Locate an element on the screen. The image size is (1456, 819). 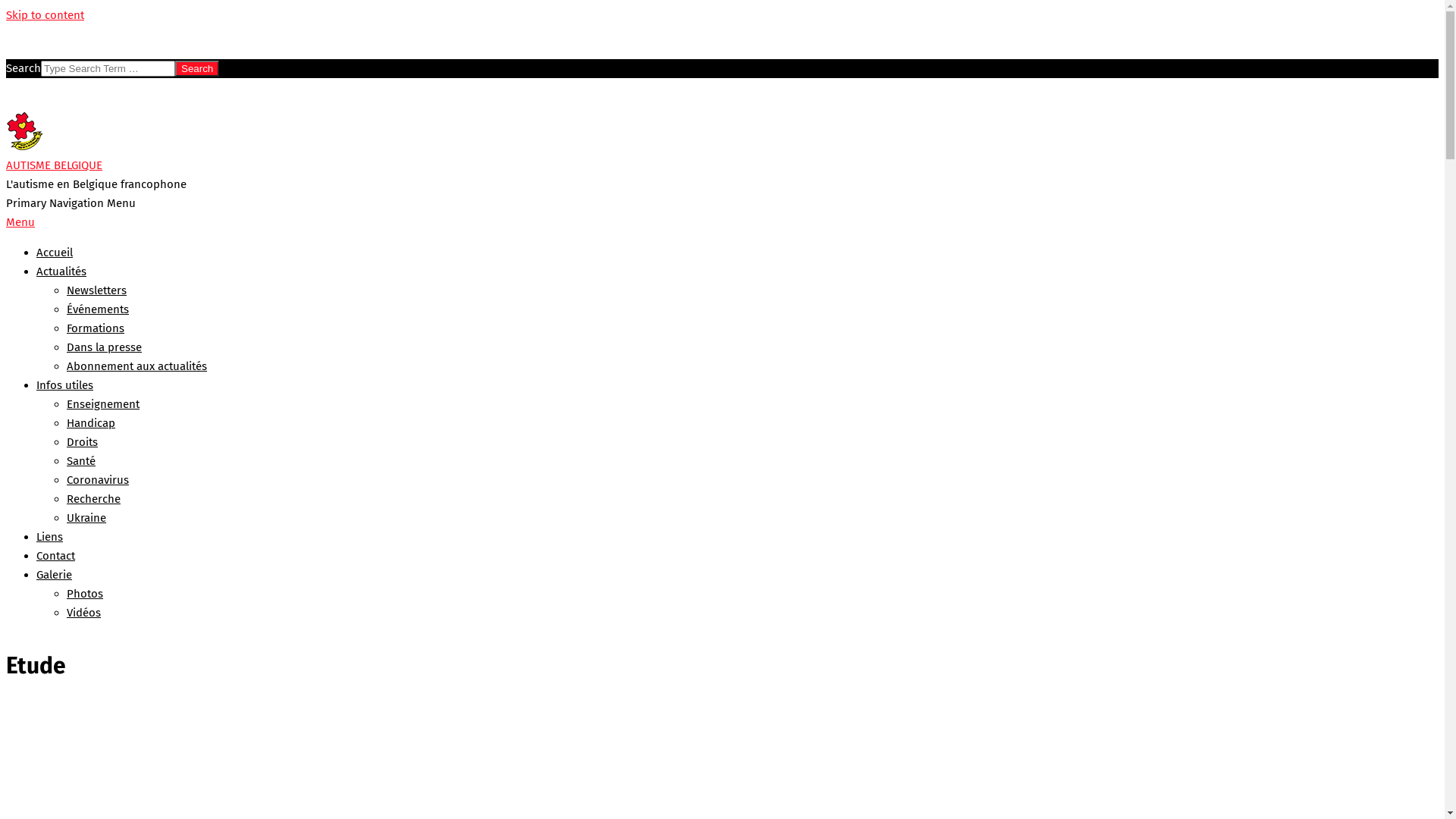
'Photos' is located at coordinates (83, 593).